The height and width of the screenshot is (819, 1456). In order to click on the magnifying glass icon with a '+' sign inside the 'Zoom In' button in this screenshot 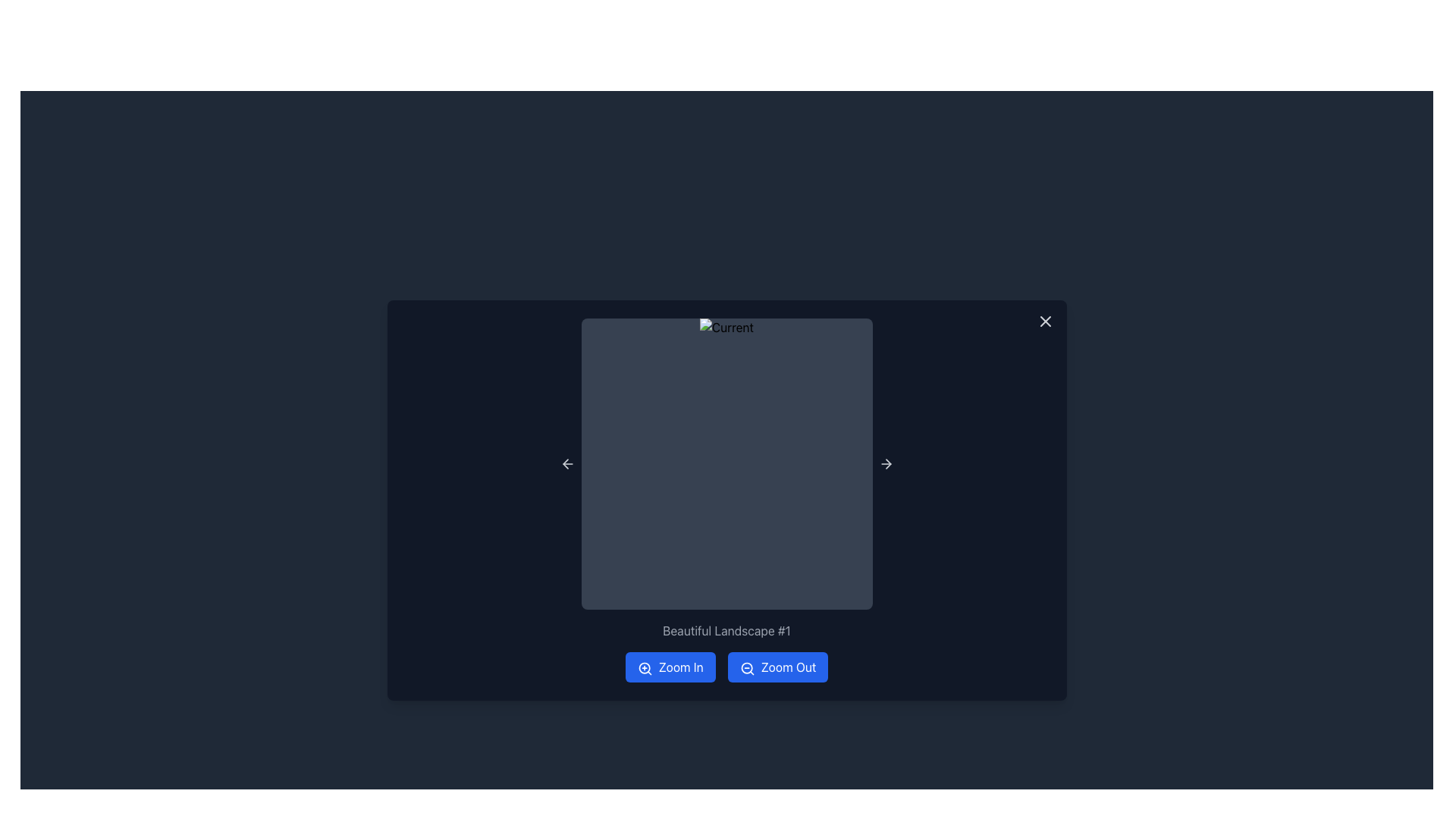, I will do `click(645, 667)`.